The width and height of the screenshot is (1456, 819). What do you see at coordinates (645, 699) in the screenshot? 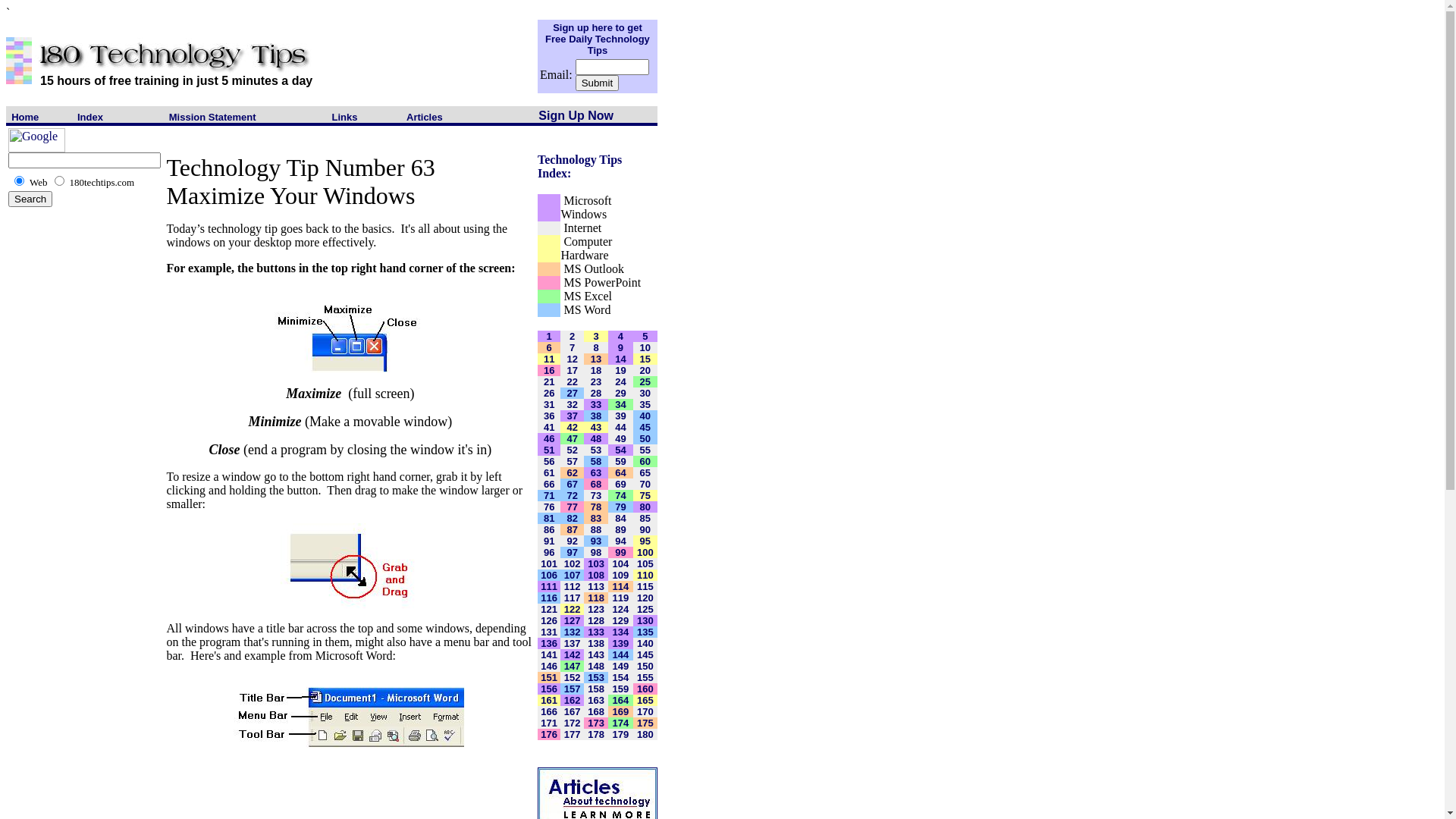
I see `'165'` at bounding box center [645, 699].